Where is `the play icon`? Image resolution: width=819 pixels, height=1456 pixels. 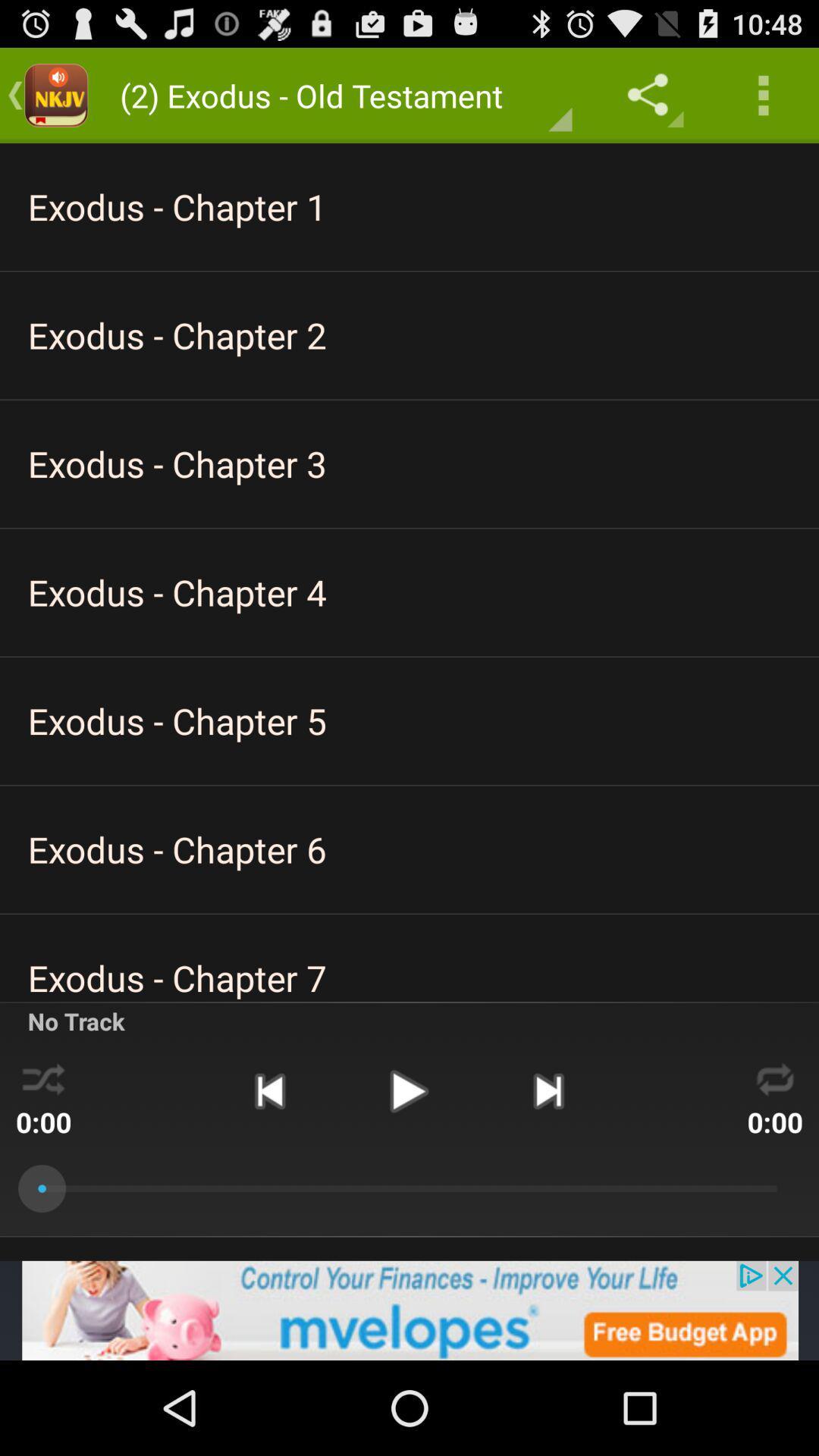
the play icon is located at coordinates (408, 1166).